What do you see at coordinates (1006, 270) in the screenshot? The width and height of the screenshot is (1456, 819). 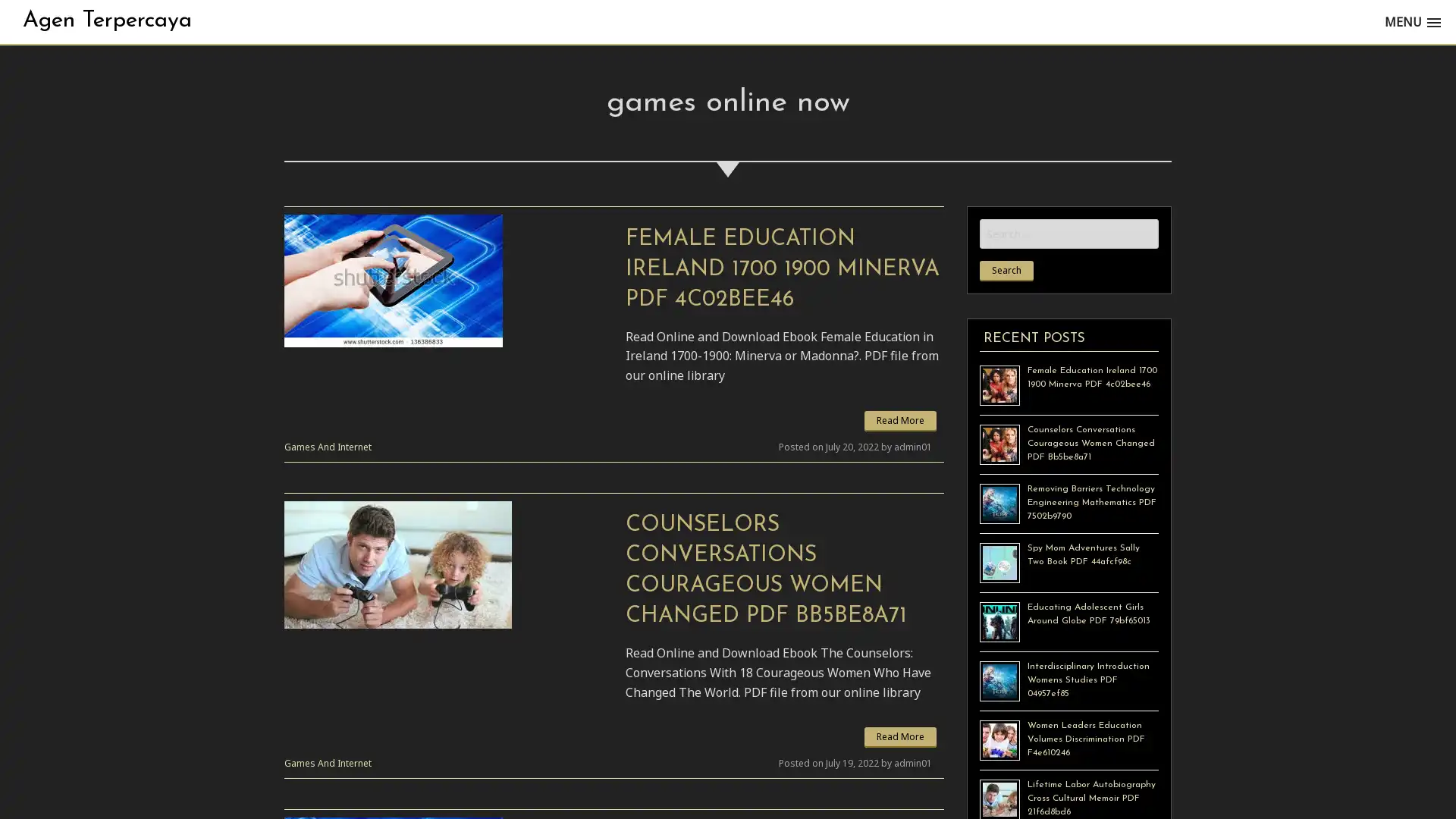 I see `Search` at bounding box center [1006, 270].